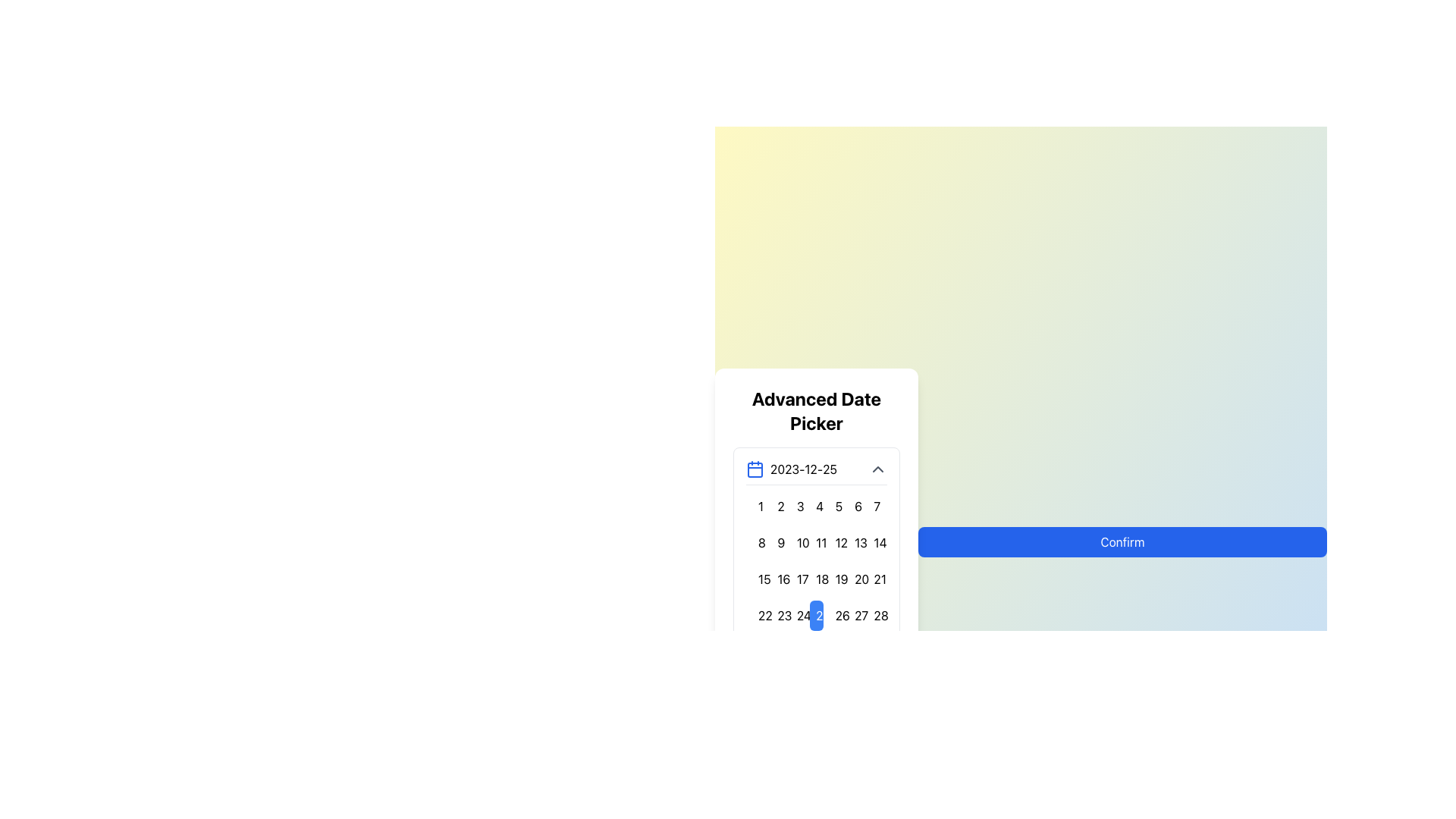  What do you see at coordinates (778, 541) in the screenshot?
I see `the selectable date button labeled '9' located in the second row and second column of the calendar interface` at bounding box center [778, 541].